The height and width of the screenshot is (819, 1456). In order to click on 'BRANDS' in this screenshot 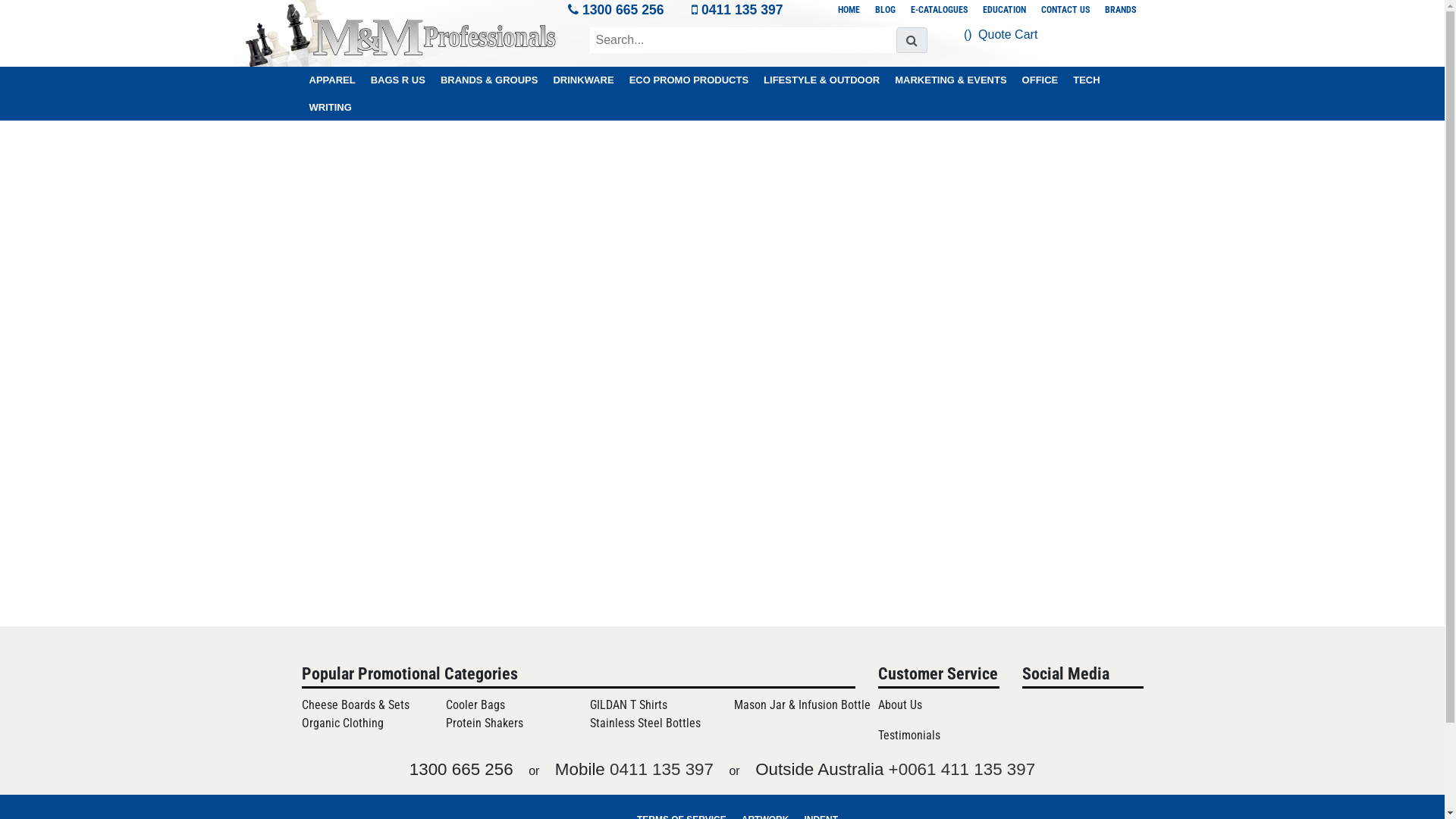, I will do `click(1119, 9)`.